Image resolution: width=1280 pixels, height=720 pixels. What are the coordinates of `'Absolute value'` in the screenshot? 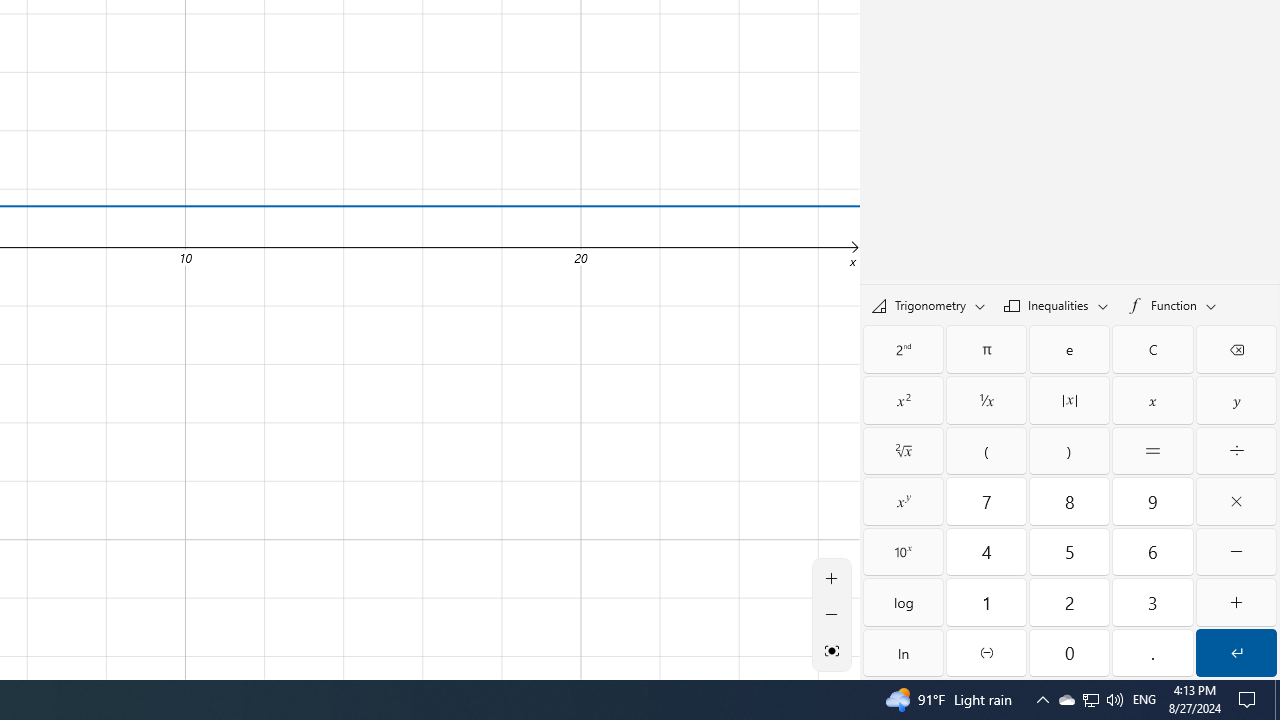 It's located at (1068, 400).